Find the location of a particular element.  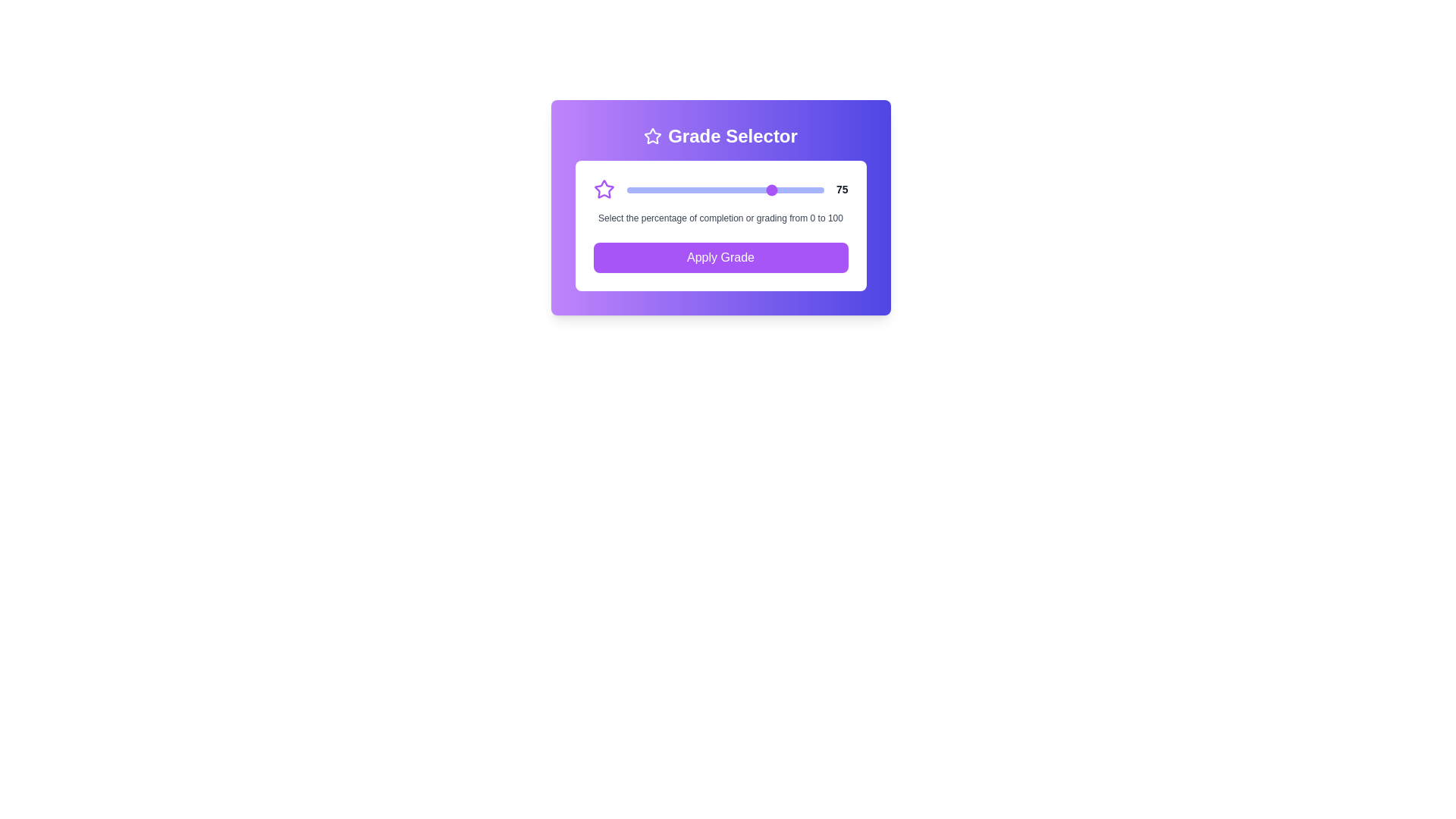

the slider is located at coordinates (626, 189).